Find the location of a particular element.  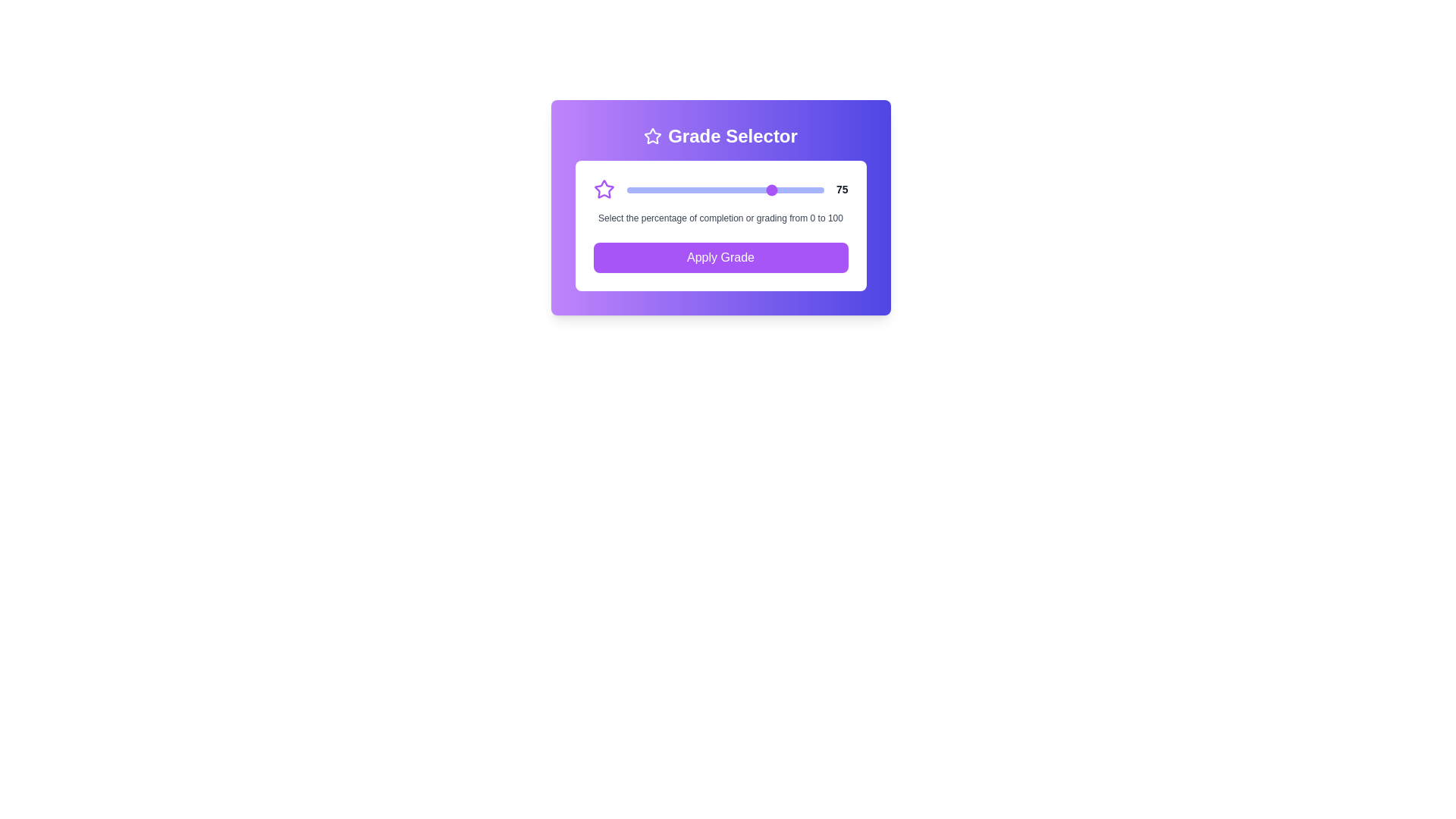

the slider is located at coordinates (626, 189).